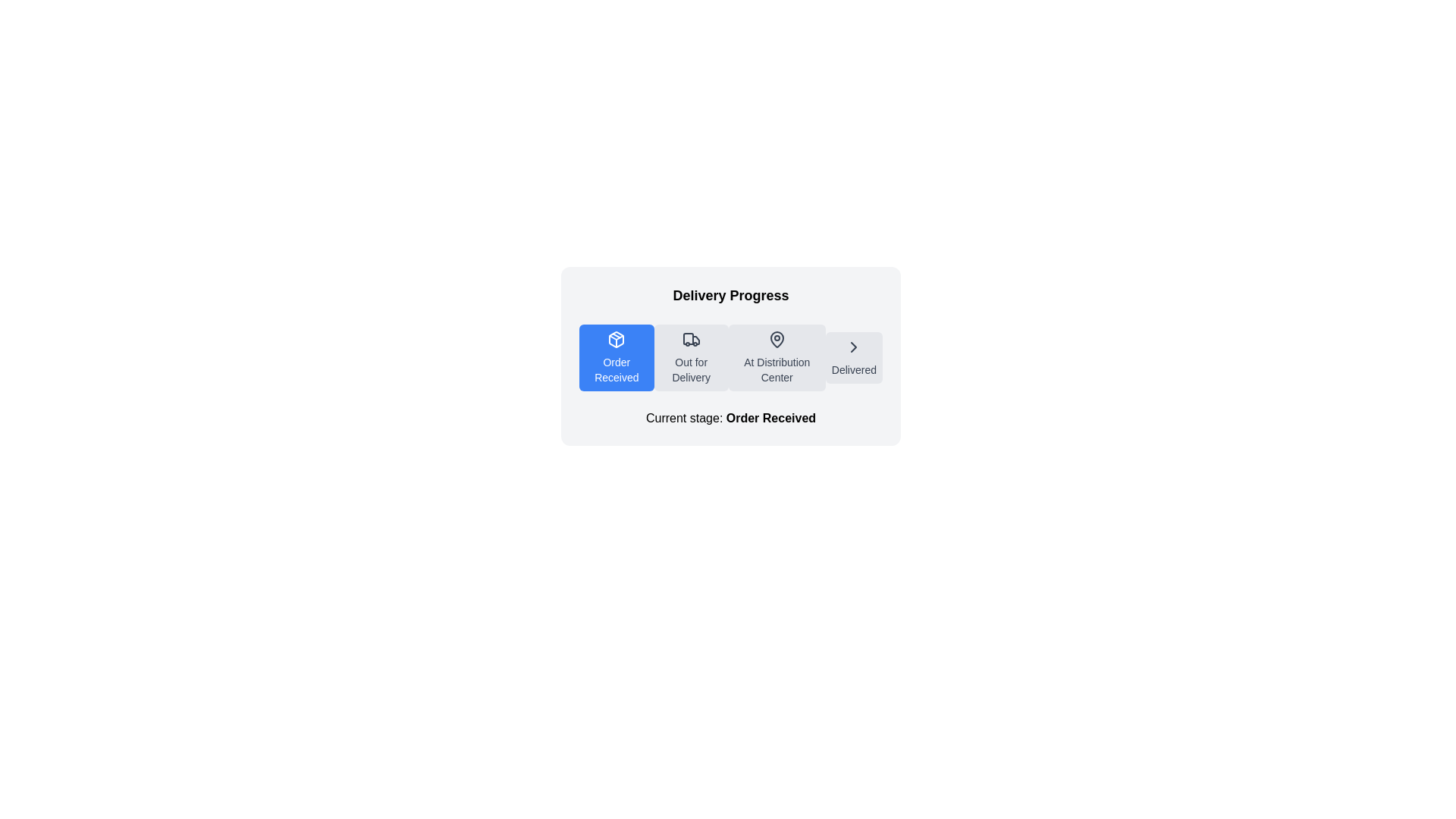 The height and width of the screenshot is (819, 1456). What do you see at coordinates (690, 370) in the screenshot?
I see `the 'Out for Delivery' static text label, which indicates the current status of the delivery process and is positioned between 'Order Received' and 'At Distribution Center'` at bounding box center [690, 370].